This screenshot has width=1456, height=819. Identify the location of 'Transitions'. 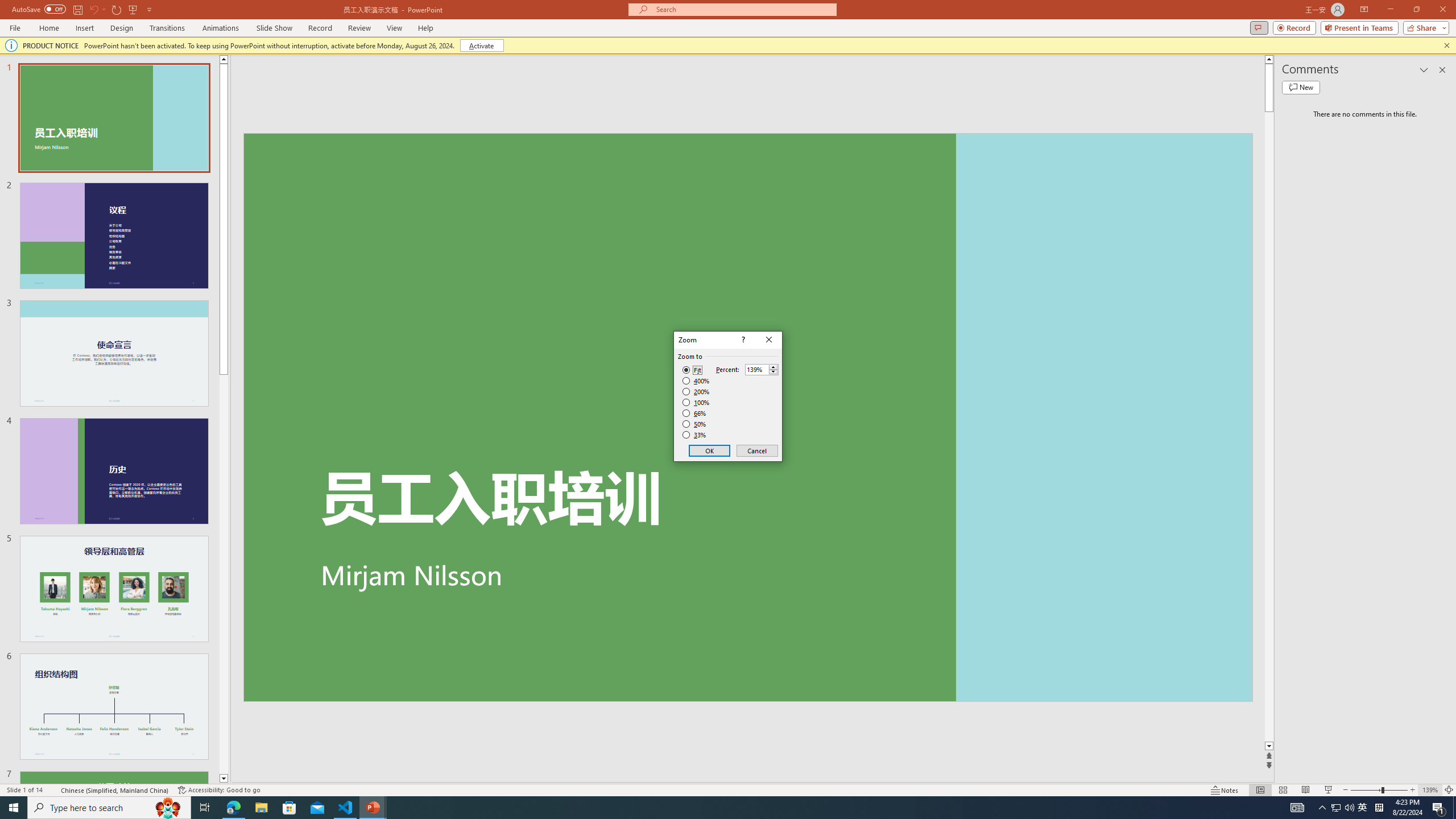
(167, 28).